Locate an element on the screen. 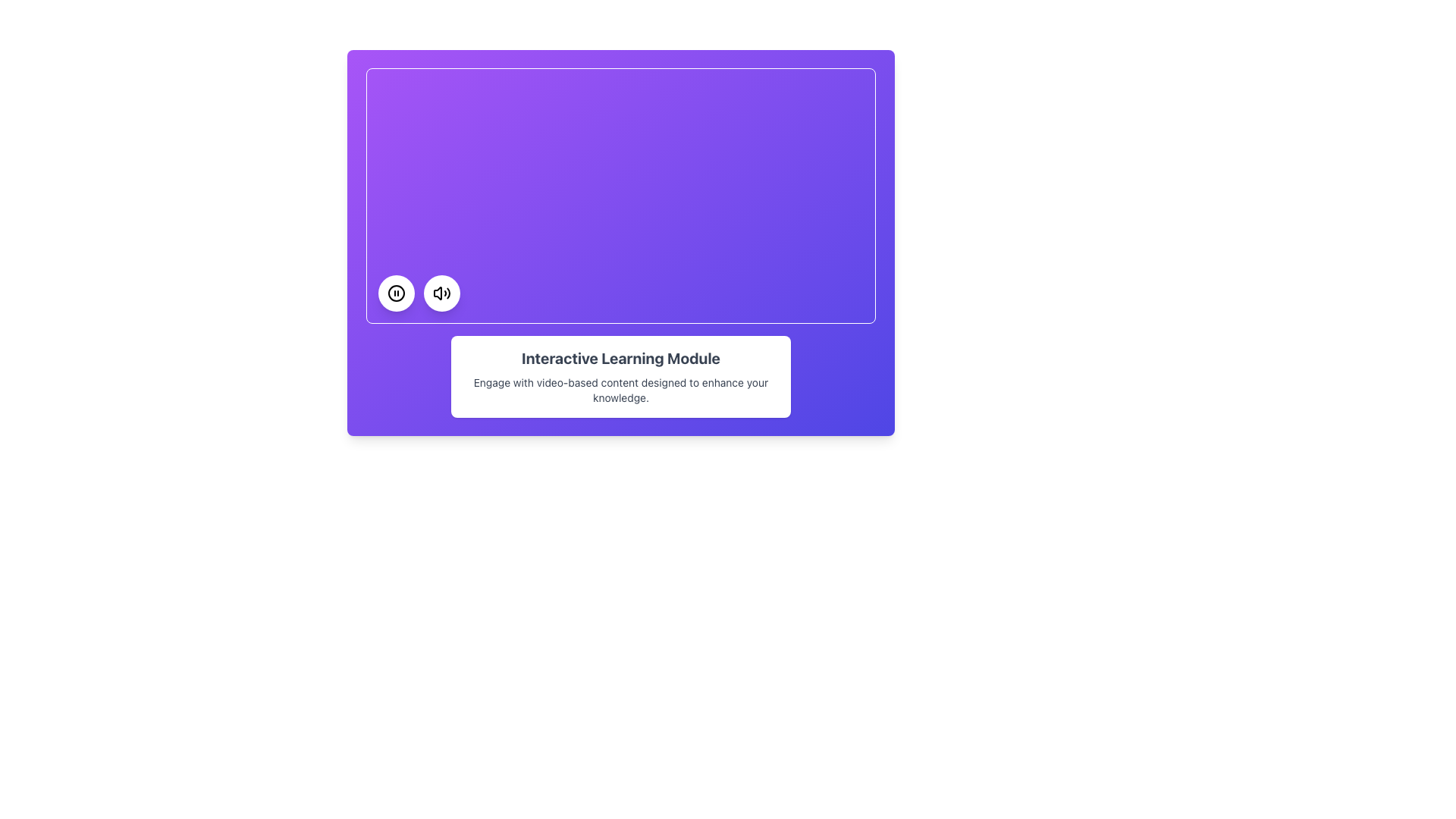  text content of the descriptive Text block located directly below the title 'Interactive Learning Module' on a white rectangular box against a purple background is located at coordinates (621, 390).